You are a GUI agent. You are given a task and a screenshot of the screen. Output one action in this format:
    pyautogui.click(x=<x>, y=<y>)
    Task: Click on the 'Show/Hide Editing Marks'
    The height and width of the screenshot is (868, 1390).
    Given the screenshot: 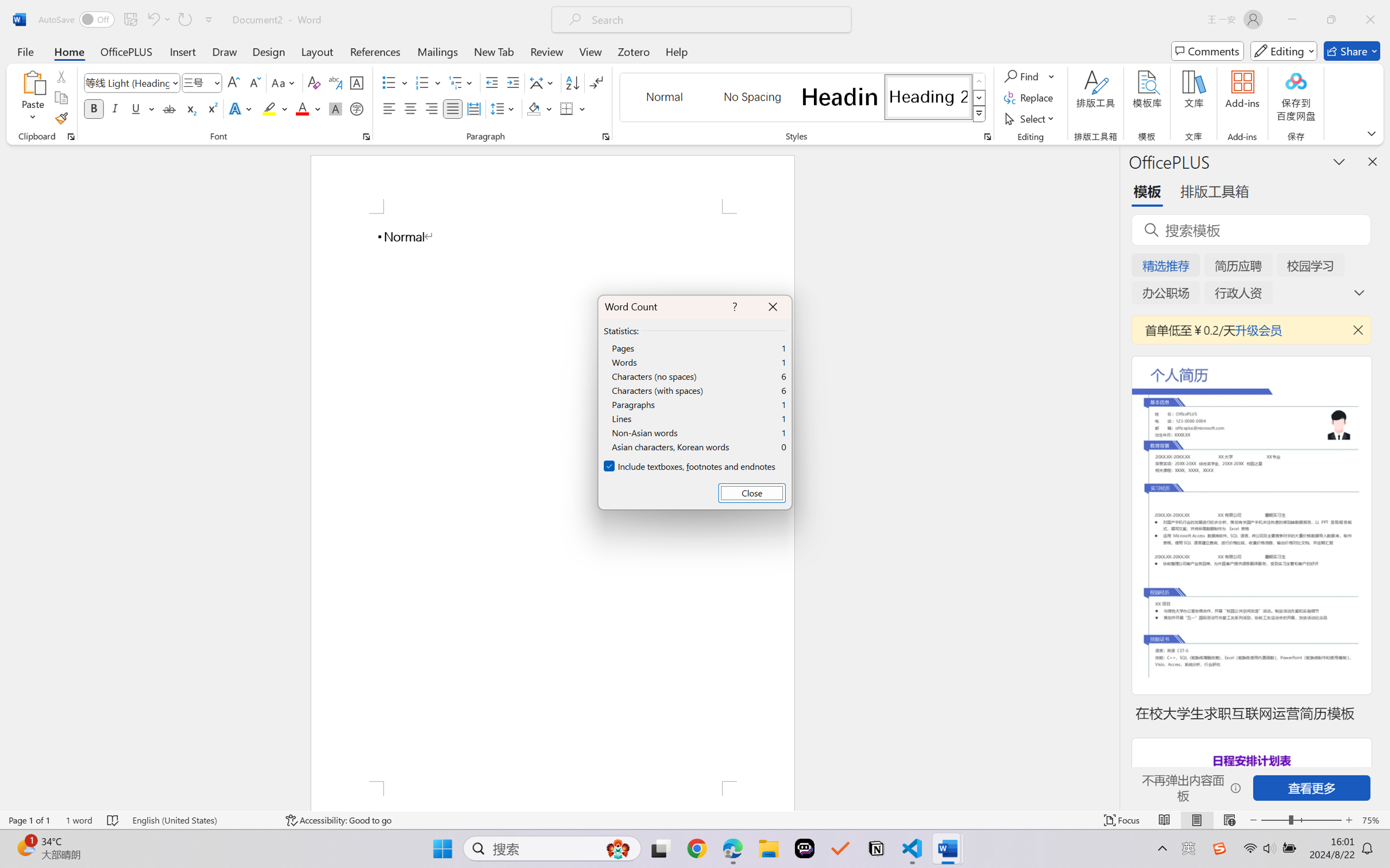 What is the action you would take?
    pyautogui.click(x=596, y=83)
    